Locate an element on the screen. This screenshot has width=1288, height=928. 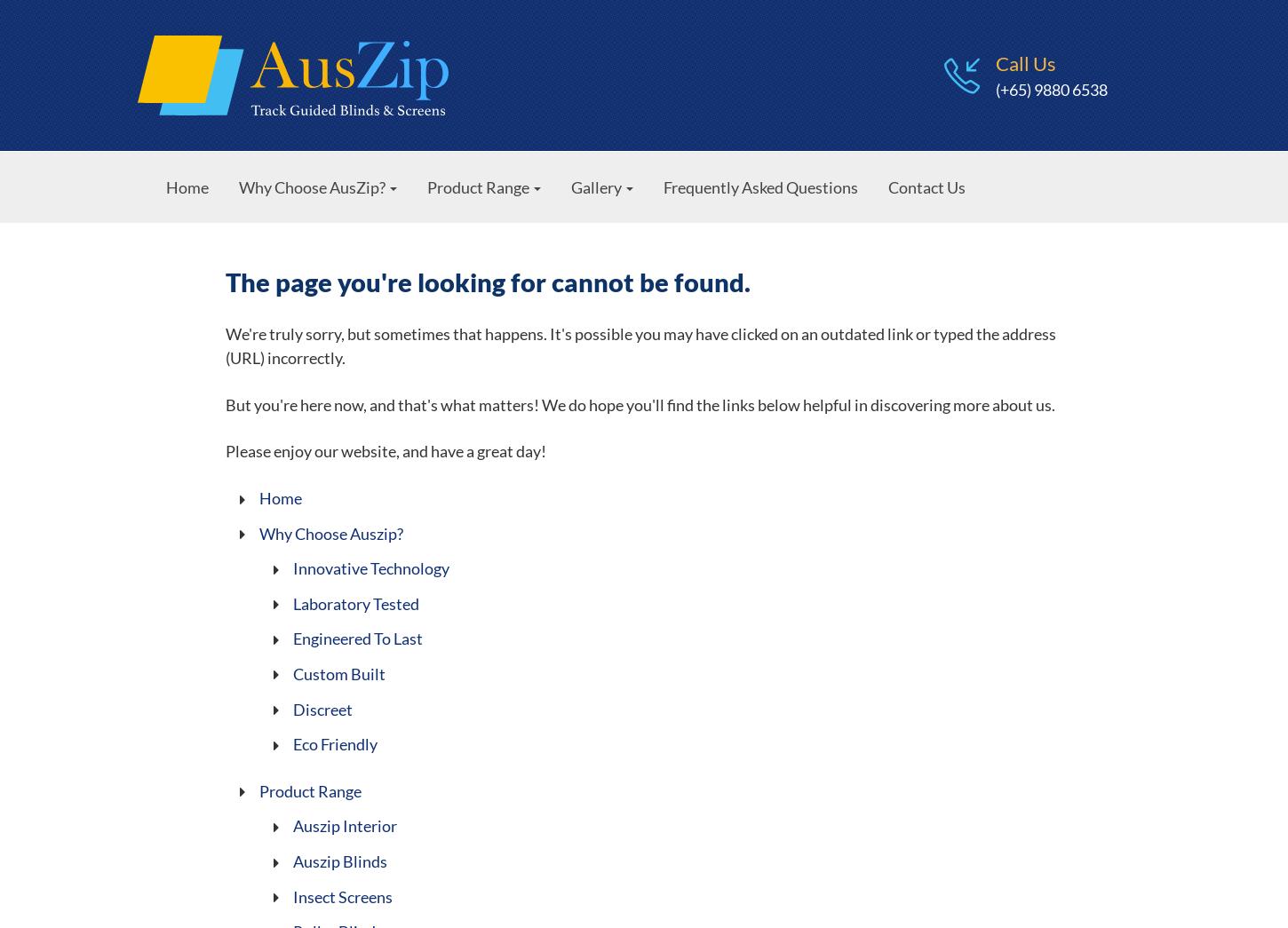
'Innovative Technology' is located at coordinates (370, 568).